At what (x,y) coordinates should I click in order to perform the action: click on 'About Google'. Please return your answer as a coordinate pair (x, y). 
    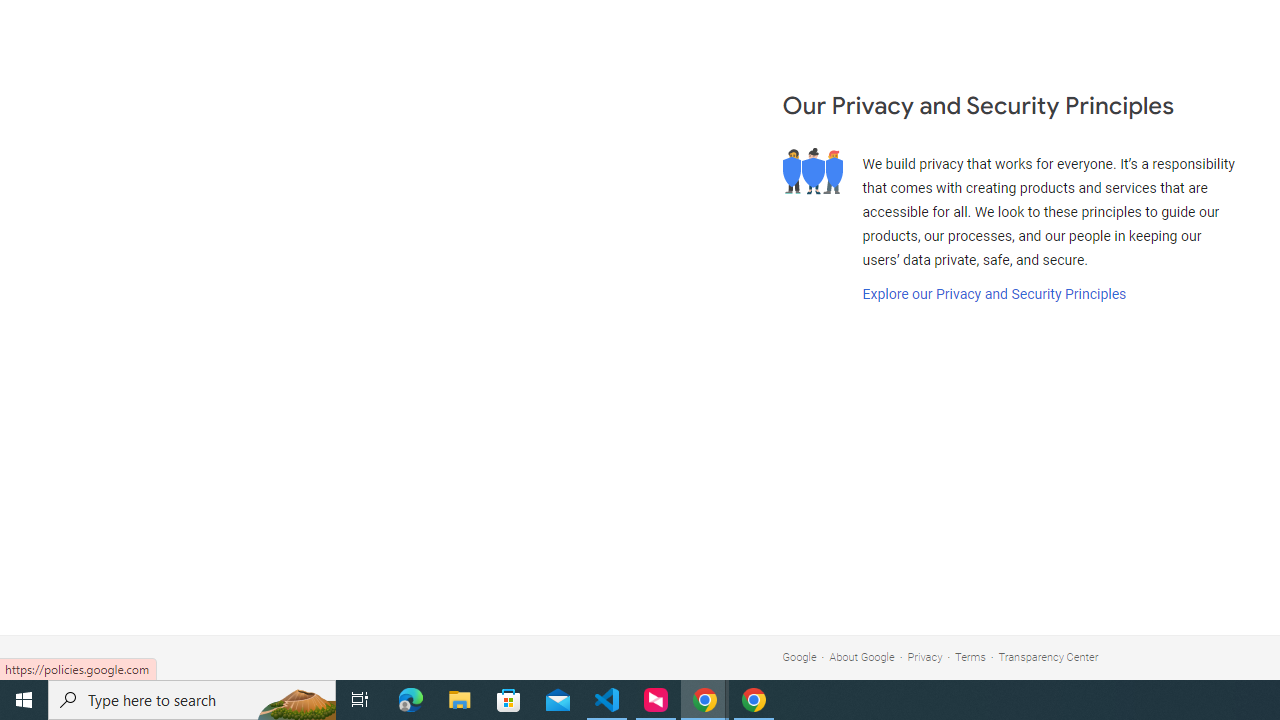
    Looking at the image, I should click on (862, 657).